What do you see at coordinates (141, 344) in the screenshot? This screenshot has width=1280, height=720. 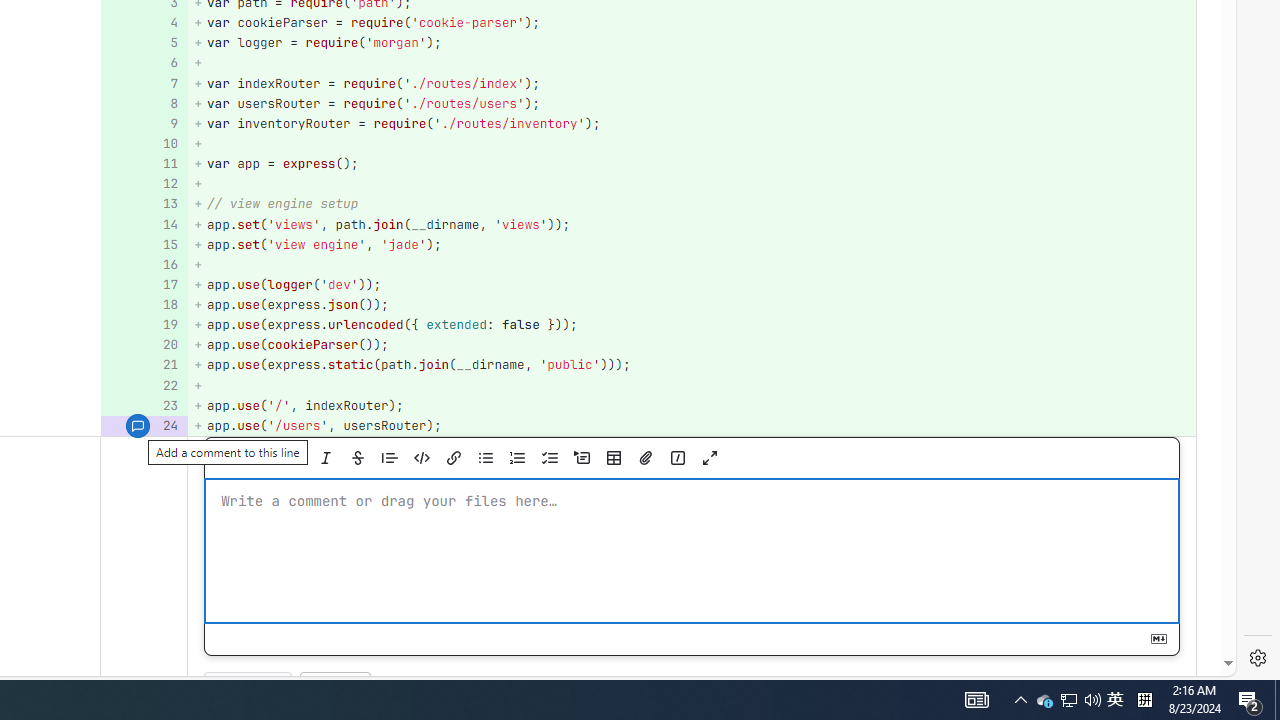 I see `'20'` at bounding box center [141, 344].